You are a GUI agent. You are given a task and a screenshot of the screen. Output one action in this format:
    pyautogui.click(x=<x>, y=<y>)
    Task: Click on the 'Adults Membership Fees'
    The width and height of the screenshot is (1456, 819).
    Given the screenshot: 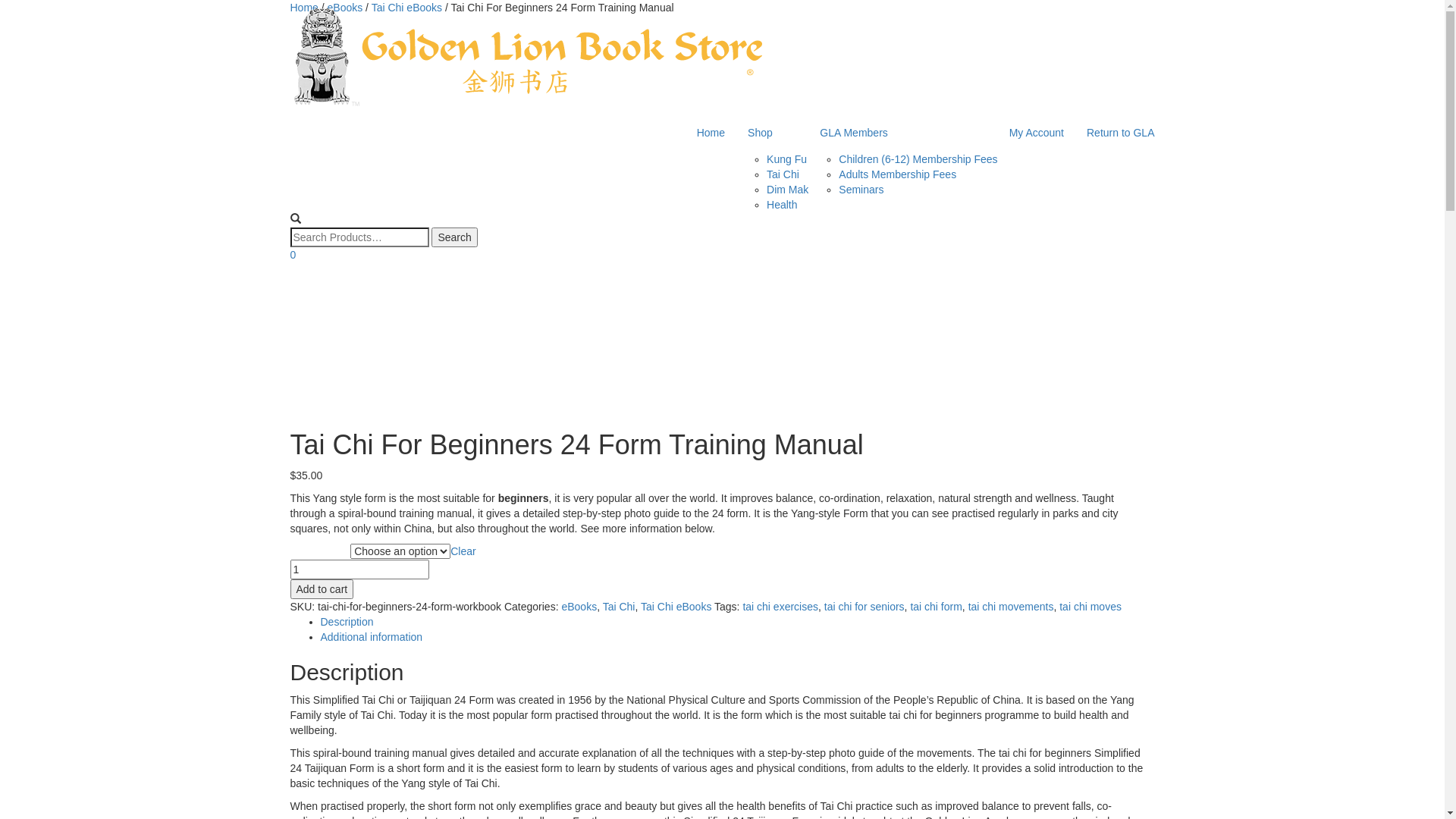 What is the action you would take?
    pyautogui.click(x=837, y=174)
    